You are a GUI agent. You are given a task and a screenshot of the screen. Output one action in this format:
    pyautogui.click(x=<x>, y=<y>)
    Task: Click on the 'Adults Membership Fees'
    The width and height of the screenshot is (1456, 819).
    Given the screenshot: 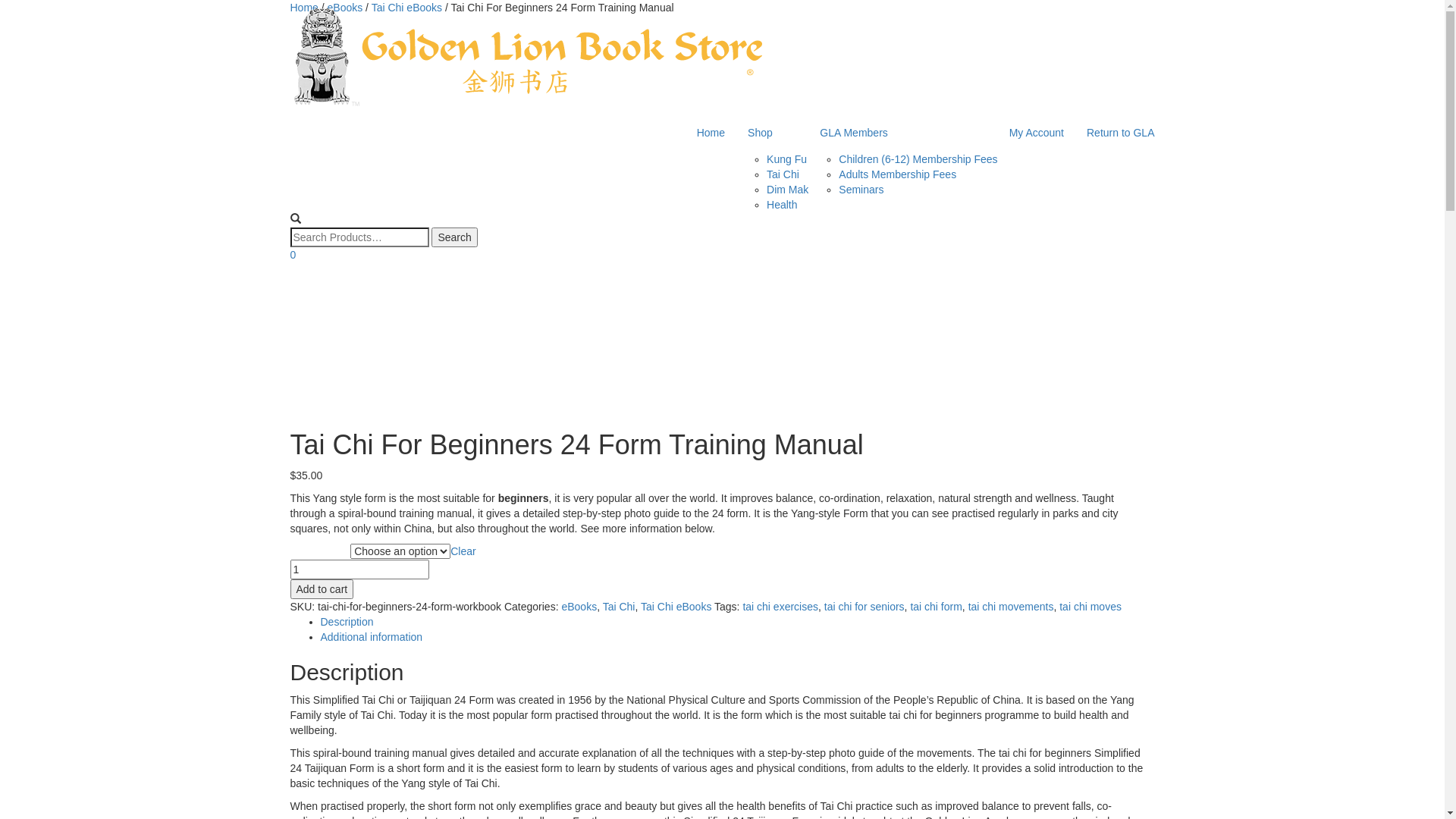 What is the action you would take?
    pyautogui.click(x=837, y=174)
    